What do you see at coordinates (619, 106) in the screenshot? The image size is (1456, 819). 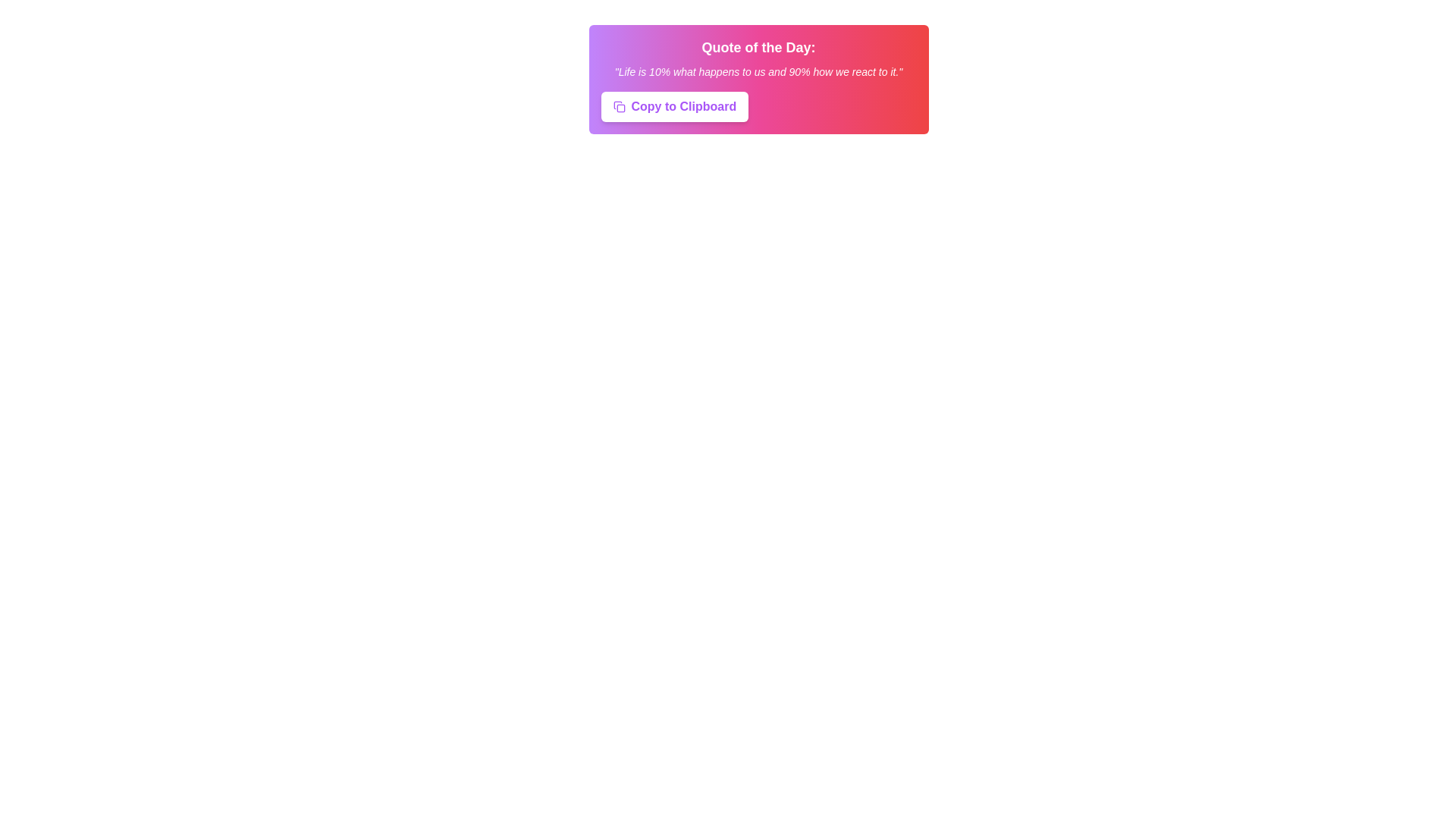 I see `the 'Copy to Clipboard' icon located to the left of the 'Copy to Clipboard' button` at bounding box center [619, 106].